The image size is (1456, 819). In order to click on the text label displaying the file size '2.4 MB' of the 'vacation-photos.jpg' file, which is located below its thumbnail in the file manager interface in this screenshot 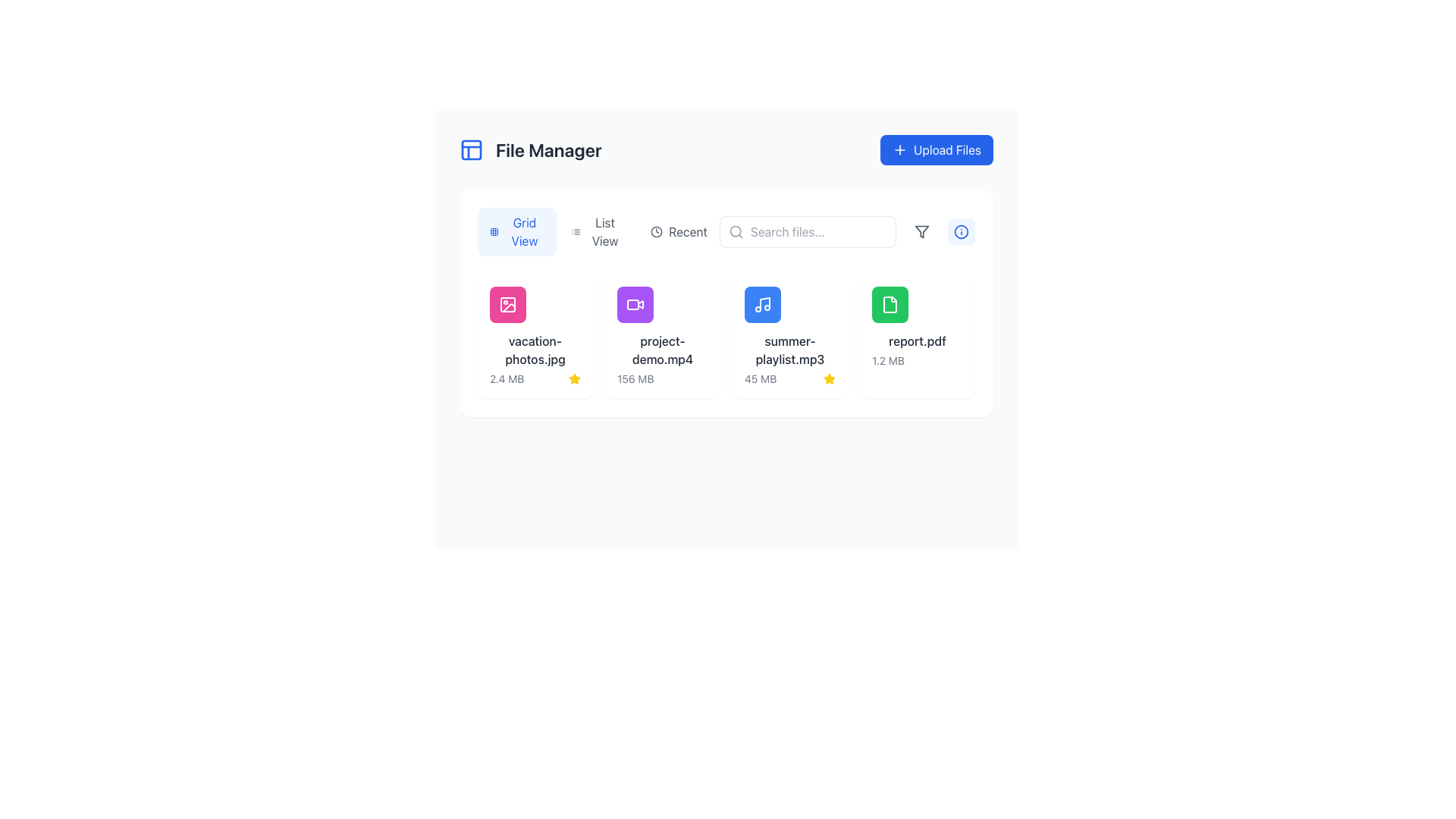, I will do `click(507, 378)`.